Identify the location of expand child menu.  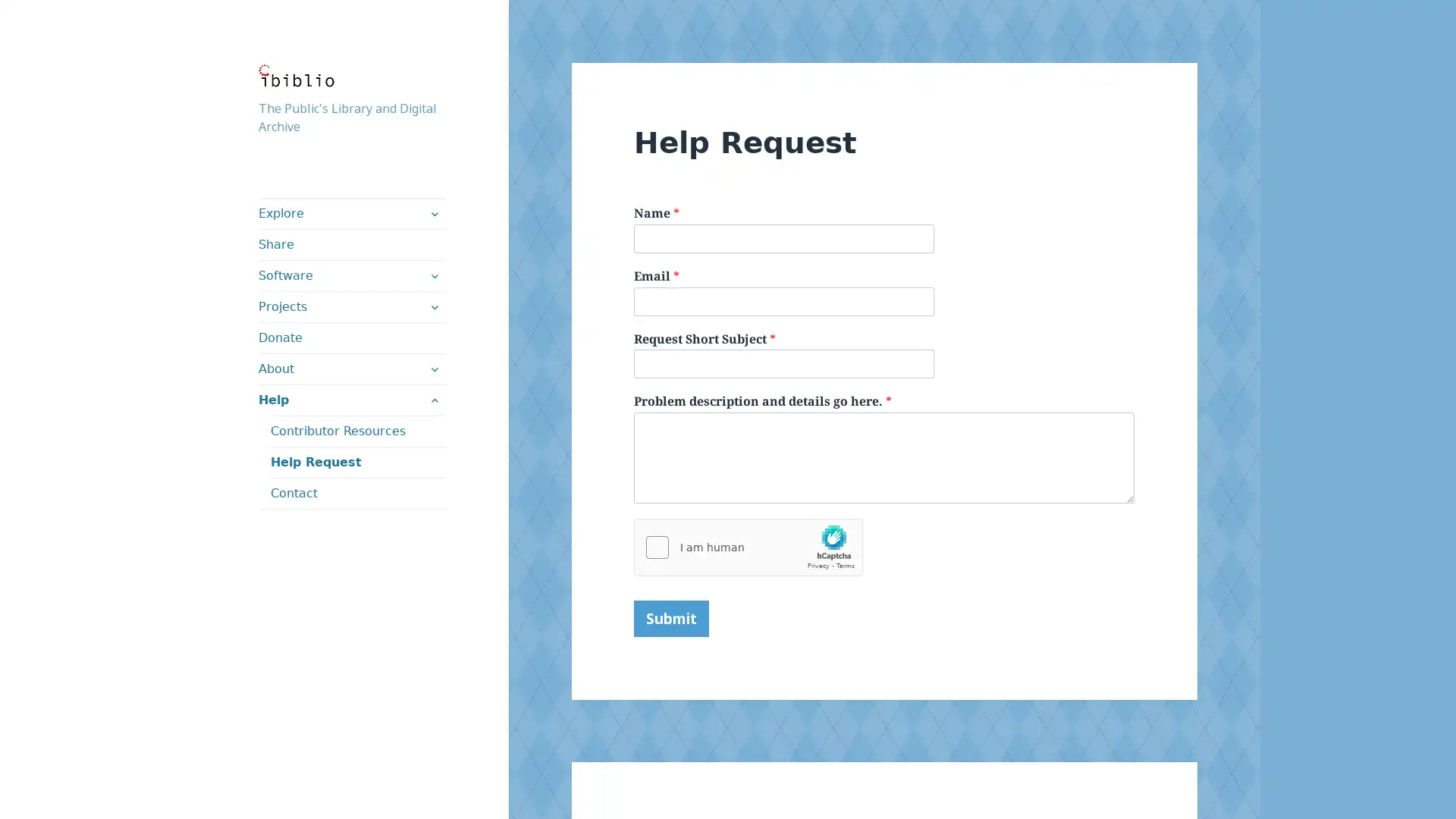
(432, 213).